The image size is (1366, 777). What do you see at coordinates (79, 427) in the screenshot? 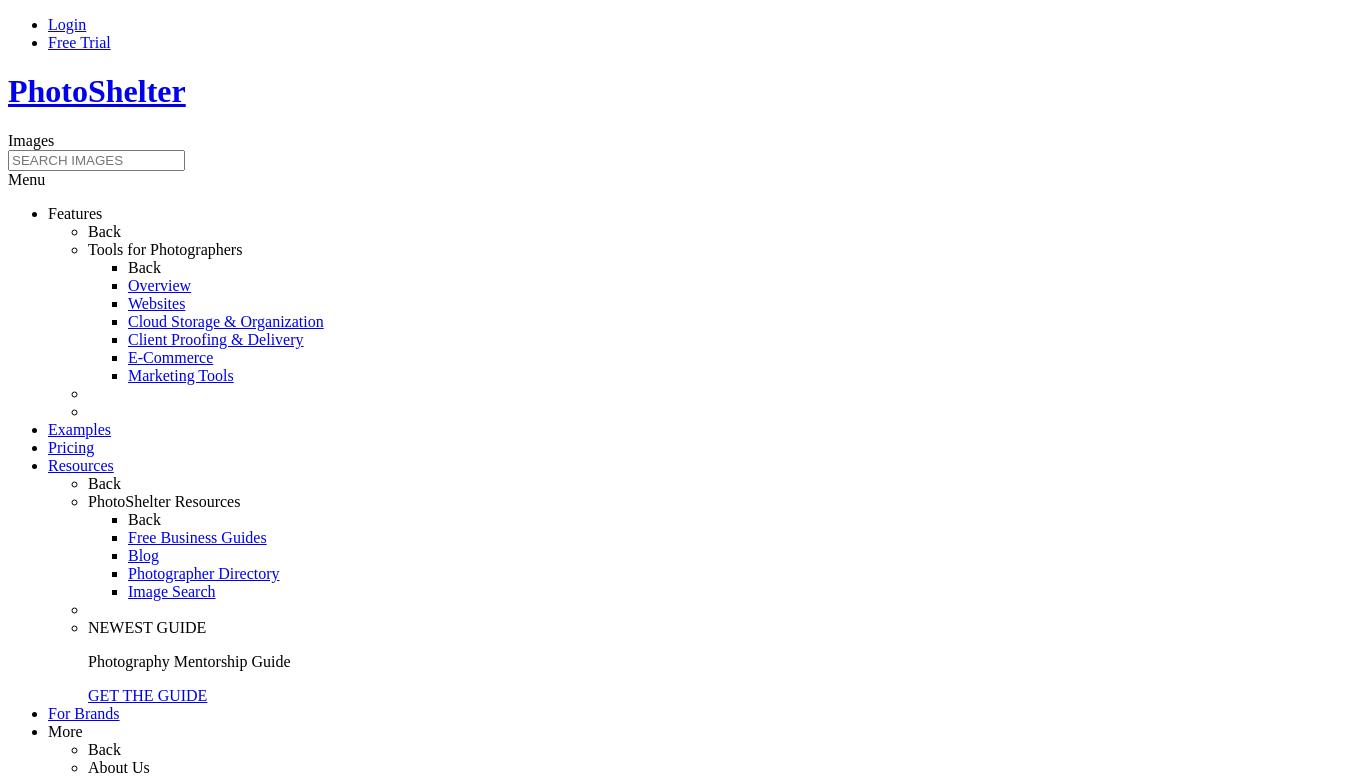
I see `'Examples'` at bounding box center [79, 427].